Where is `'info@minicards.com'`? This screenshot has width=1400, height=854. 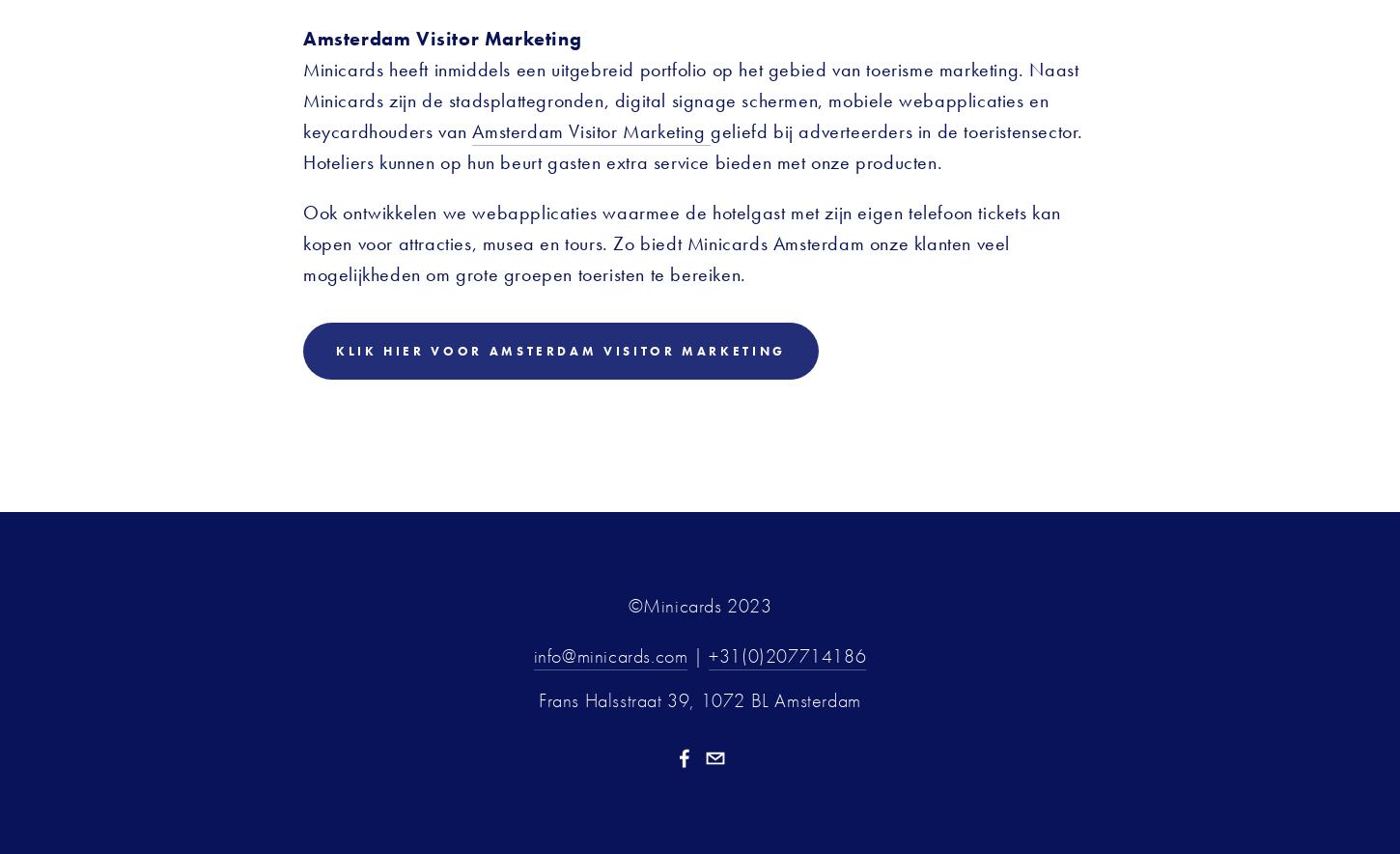
'info@minicards.com' is located at coordinates (609, 655).